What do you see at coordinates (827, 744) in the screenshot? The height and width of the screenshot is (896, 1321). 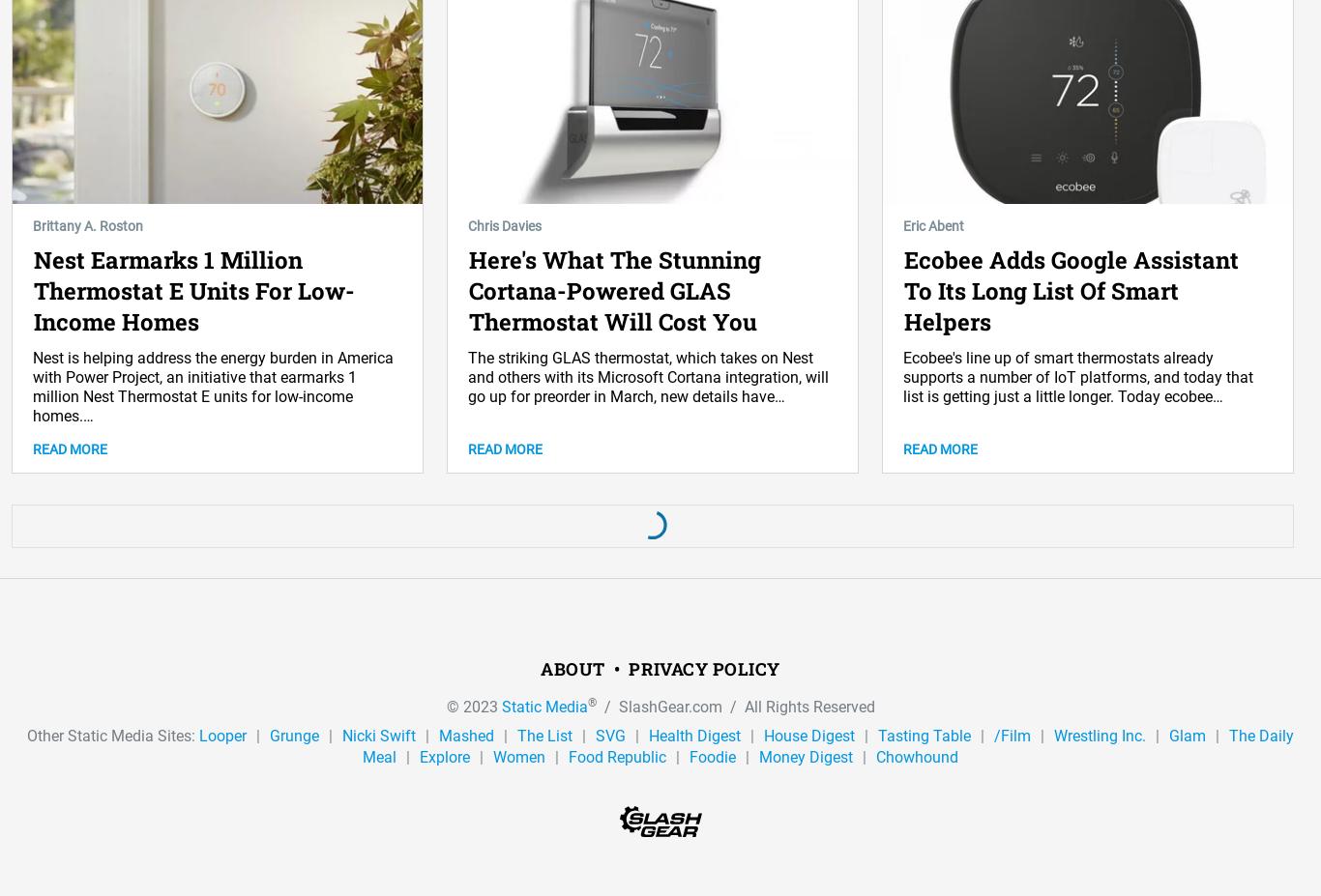 I see `'The Daily Meal'` at bounding box center [827, 744].